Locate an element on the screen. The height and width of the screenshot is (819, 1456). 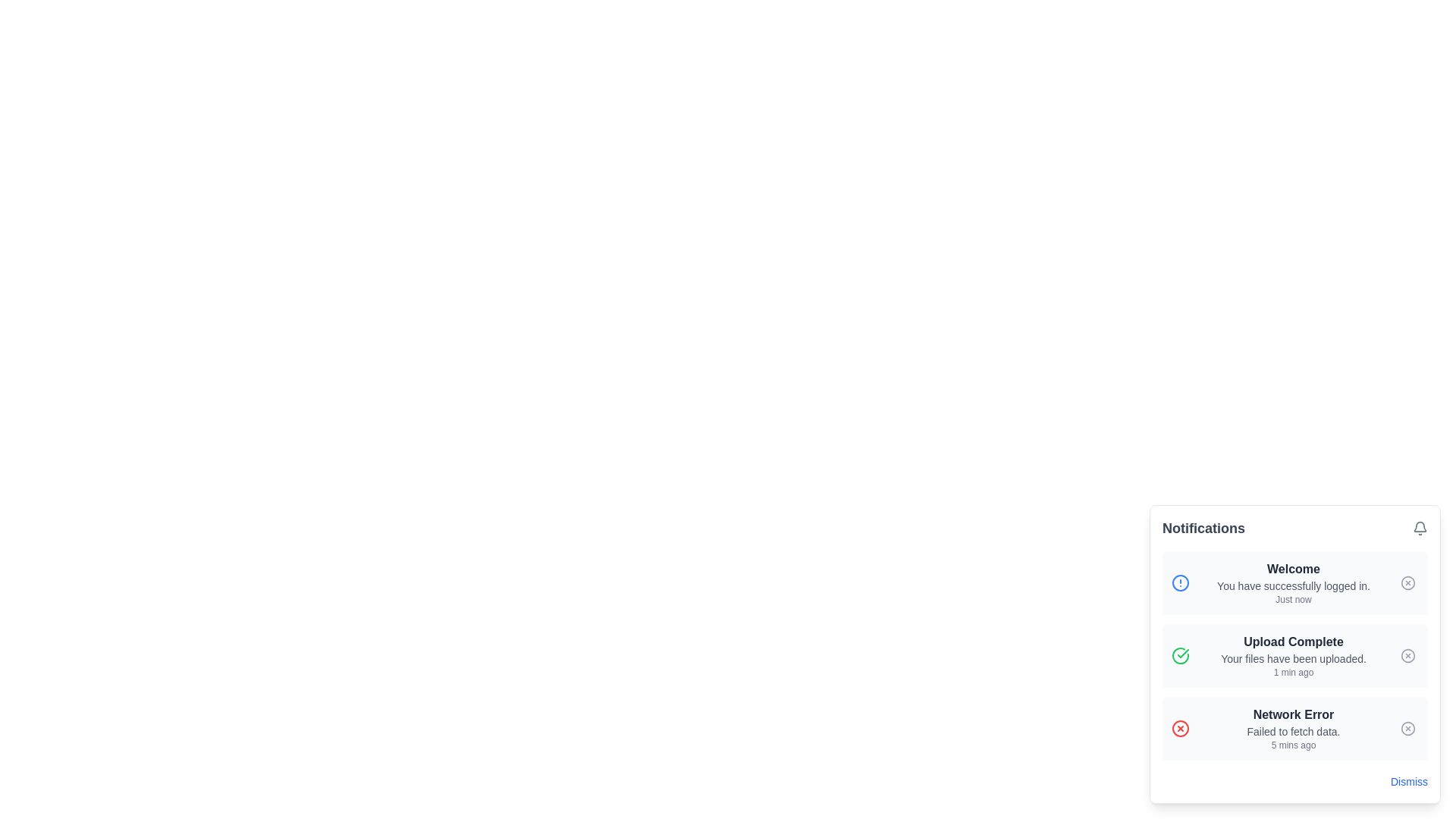
the Text Label that indicates the successful upload of files, located within the 'Upload Complete' notification group is located at coordinates (1292, 657).